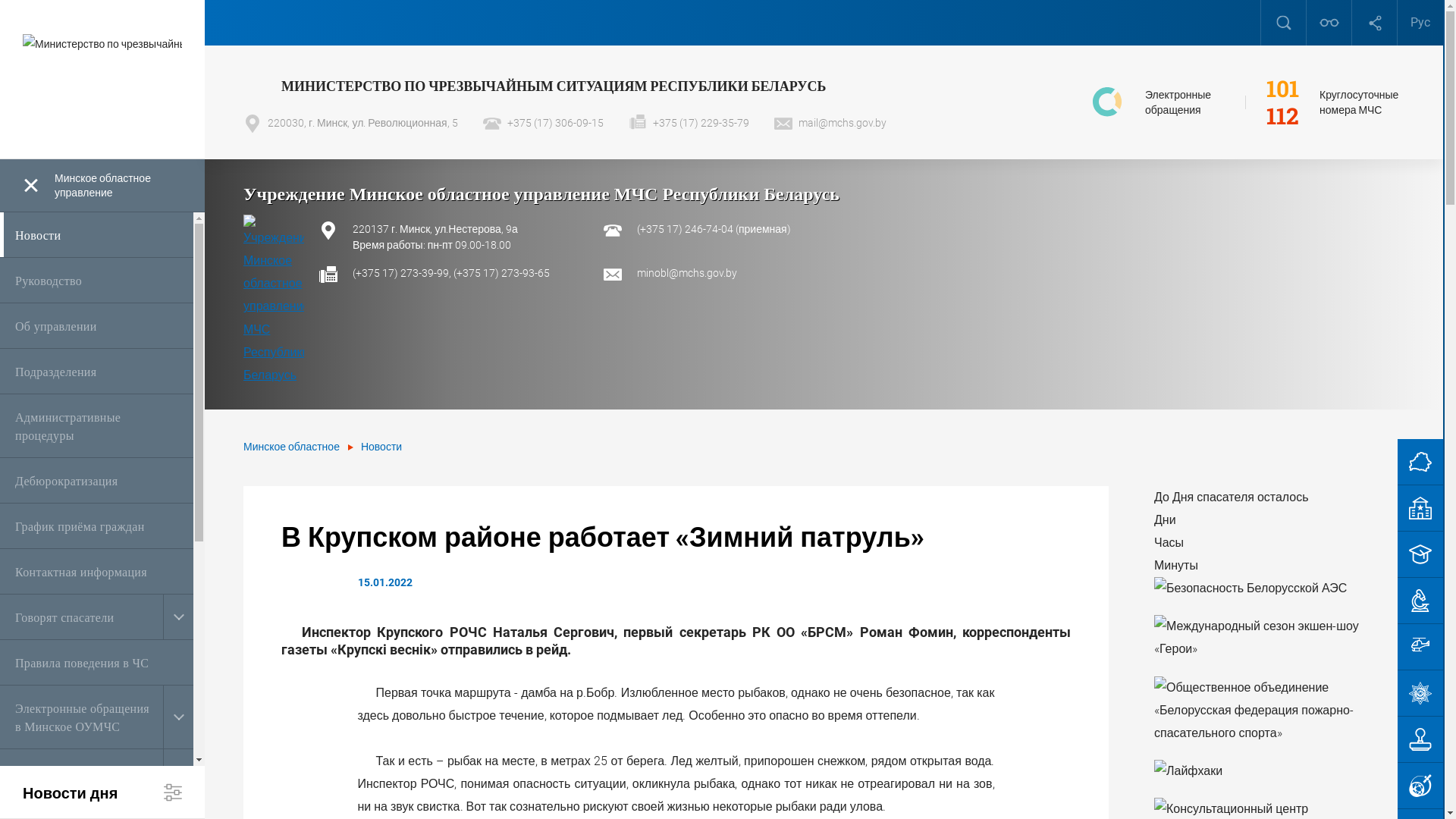 The width and height of the screenshot is (1456, 819). I want to click on '(+375 17) 273-93-65', so click(501, 271).